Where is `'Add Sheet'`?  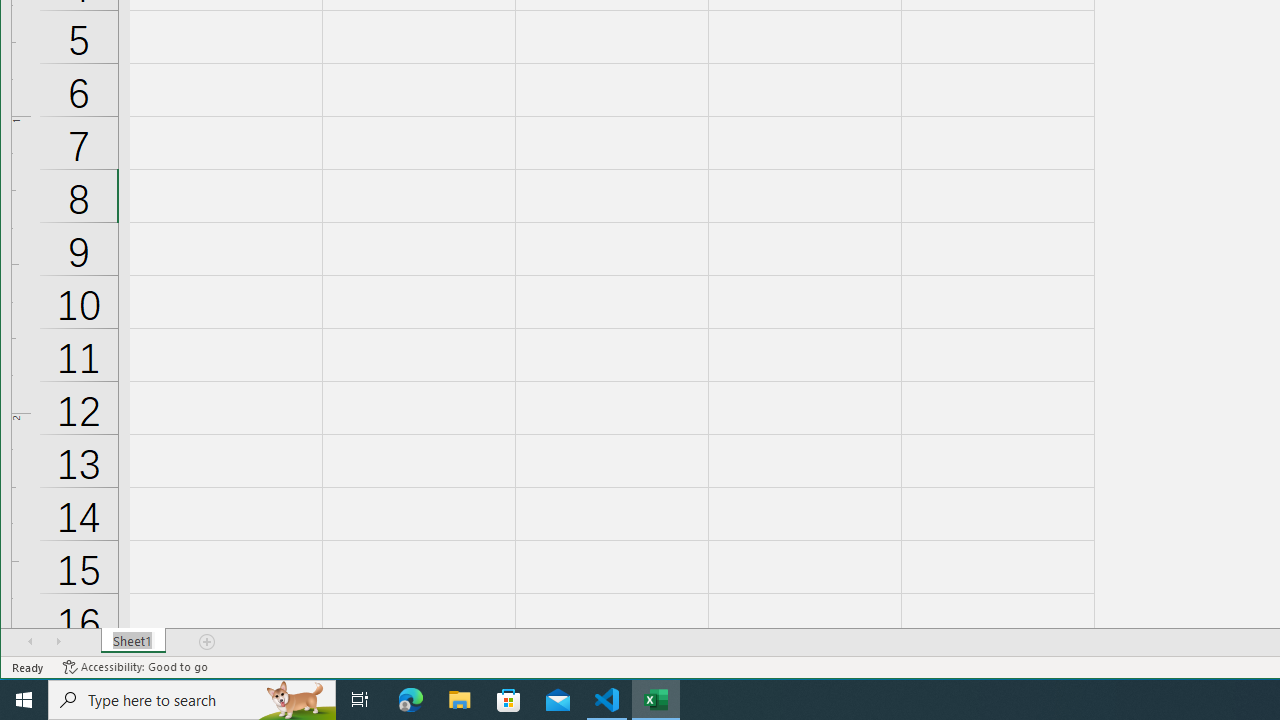 'Add Sheet' is located at coordinates (208, 641).